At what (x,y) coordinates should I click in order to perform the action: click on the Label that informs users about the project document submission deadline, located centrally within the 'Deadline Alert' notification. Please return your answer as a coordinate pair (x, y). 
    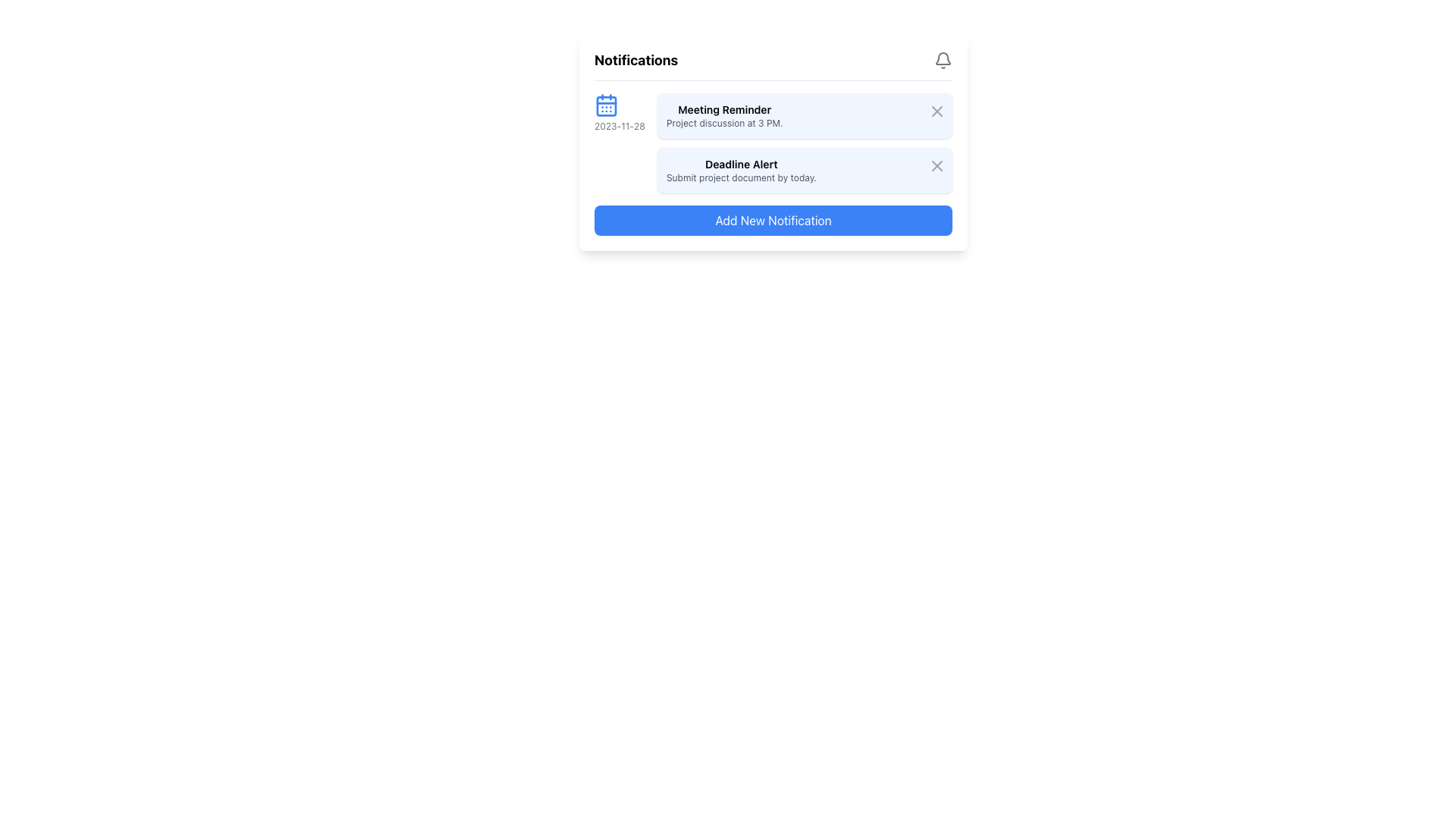
    Looking at the image, I should click on (741, 170).